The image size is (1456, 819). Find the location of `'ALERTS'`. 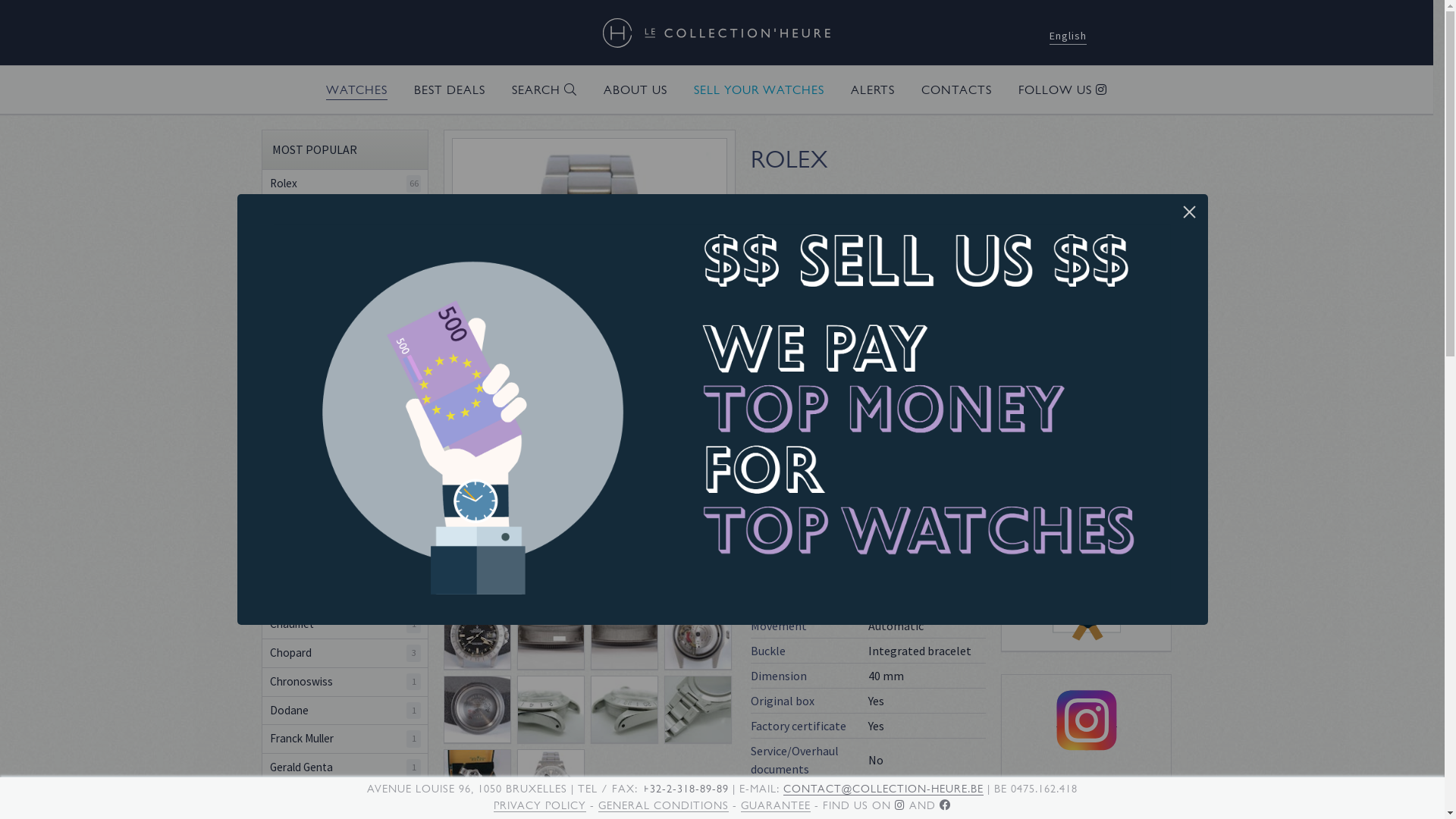

'ALERTS' is located at coordinates (851, 90).